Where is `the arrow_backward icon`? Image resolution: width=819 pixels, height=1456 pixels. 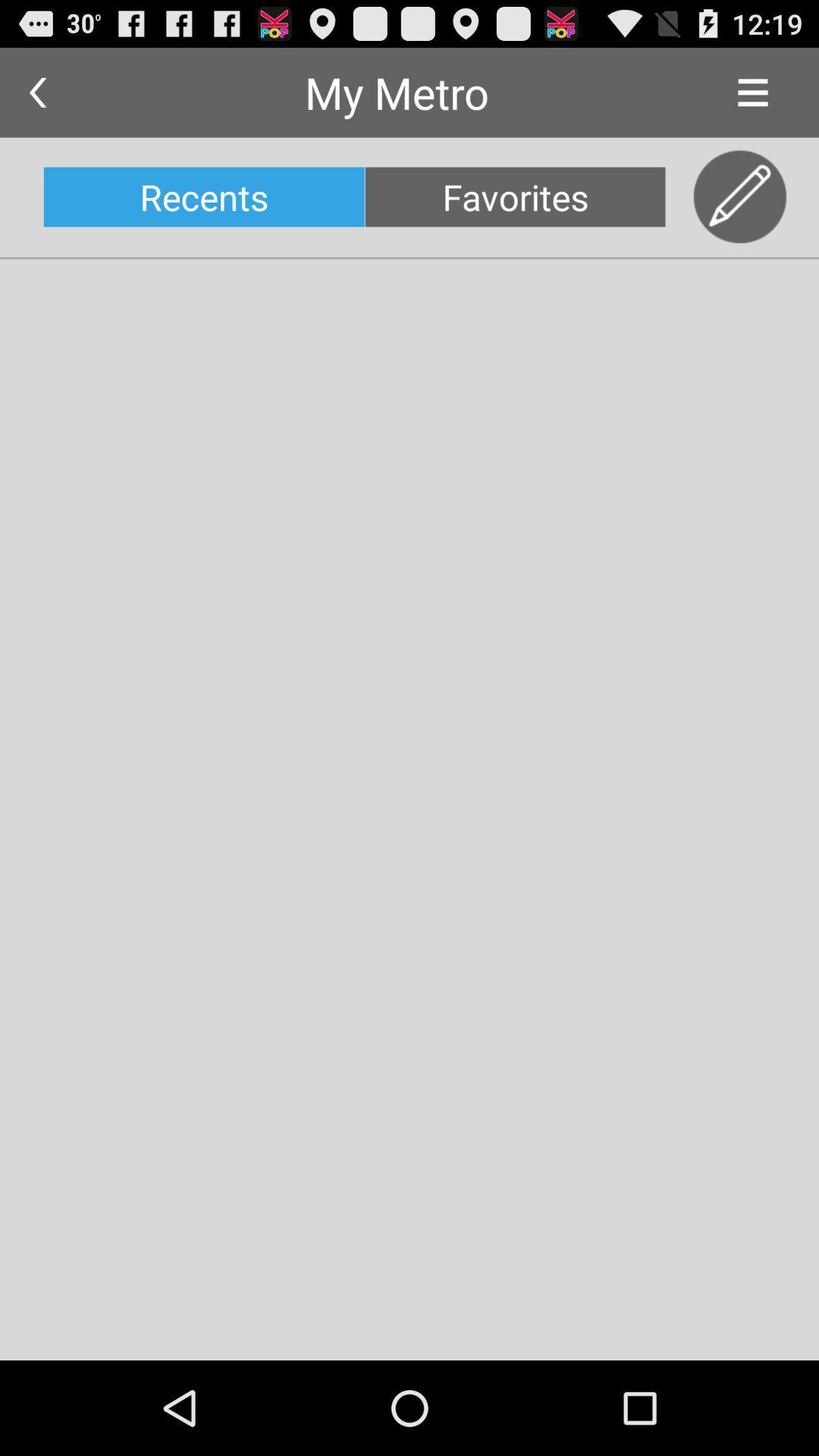
the arrow_backward icon is located at coordinates (36, 98).